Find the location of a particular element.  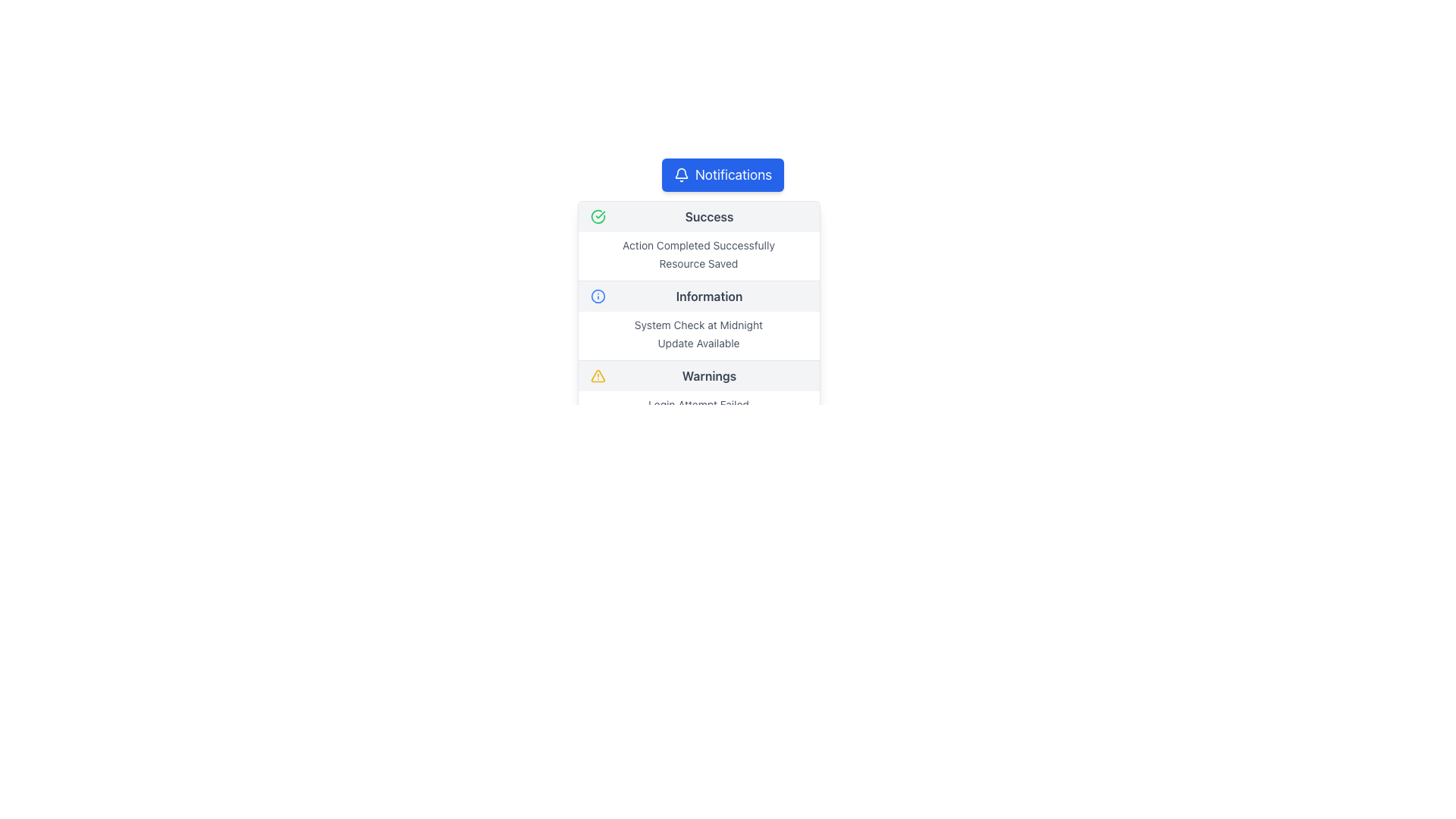

the blue circular outline of the information icon located in the second row of the notifications list is located at coordinates (597, 296).